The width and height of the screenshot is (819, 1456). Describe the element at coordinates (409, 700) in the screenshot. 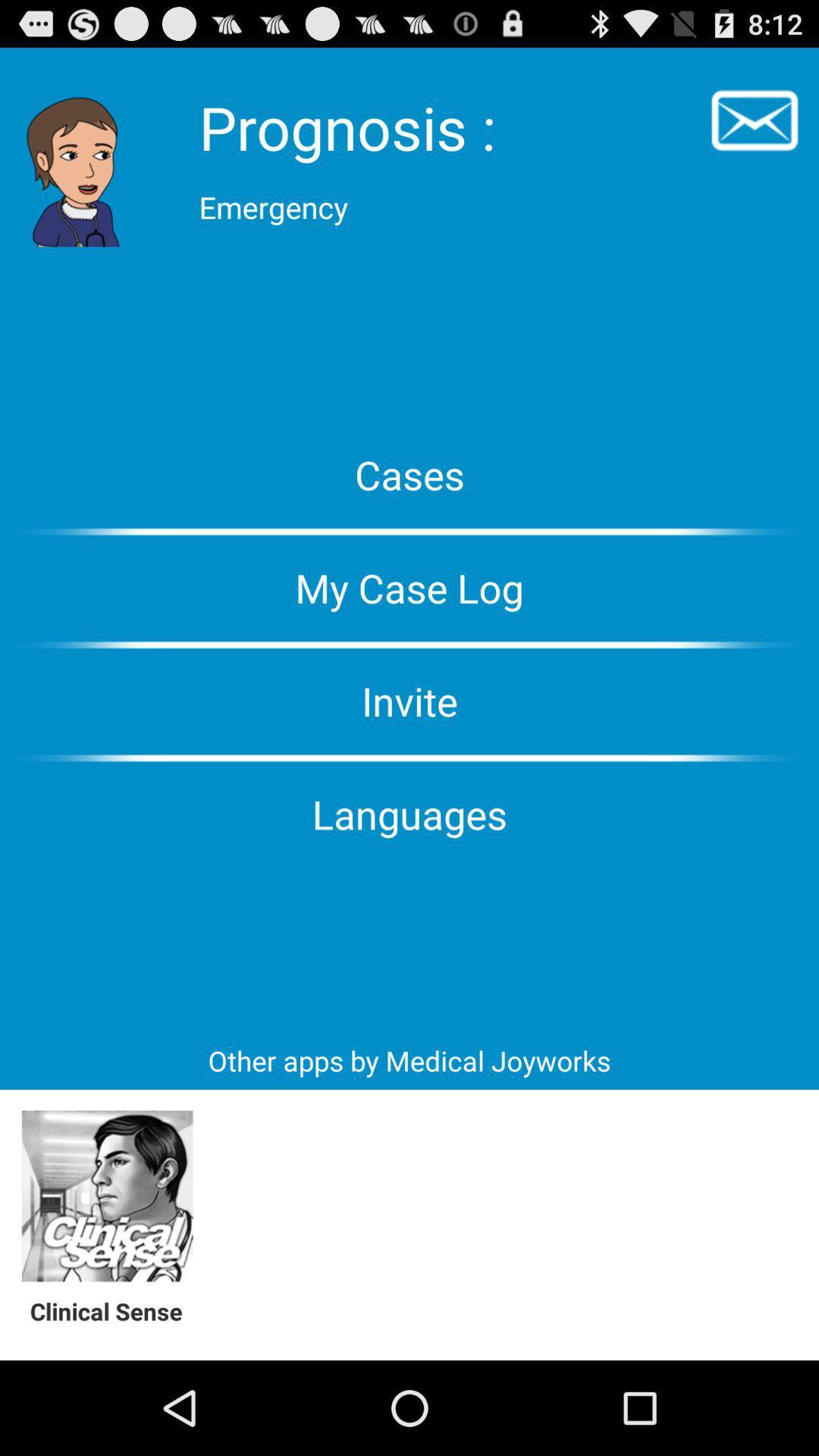

I see `the invite` at that location.